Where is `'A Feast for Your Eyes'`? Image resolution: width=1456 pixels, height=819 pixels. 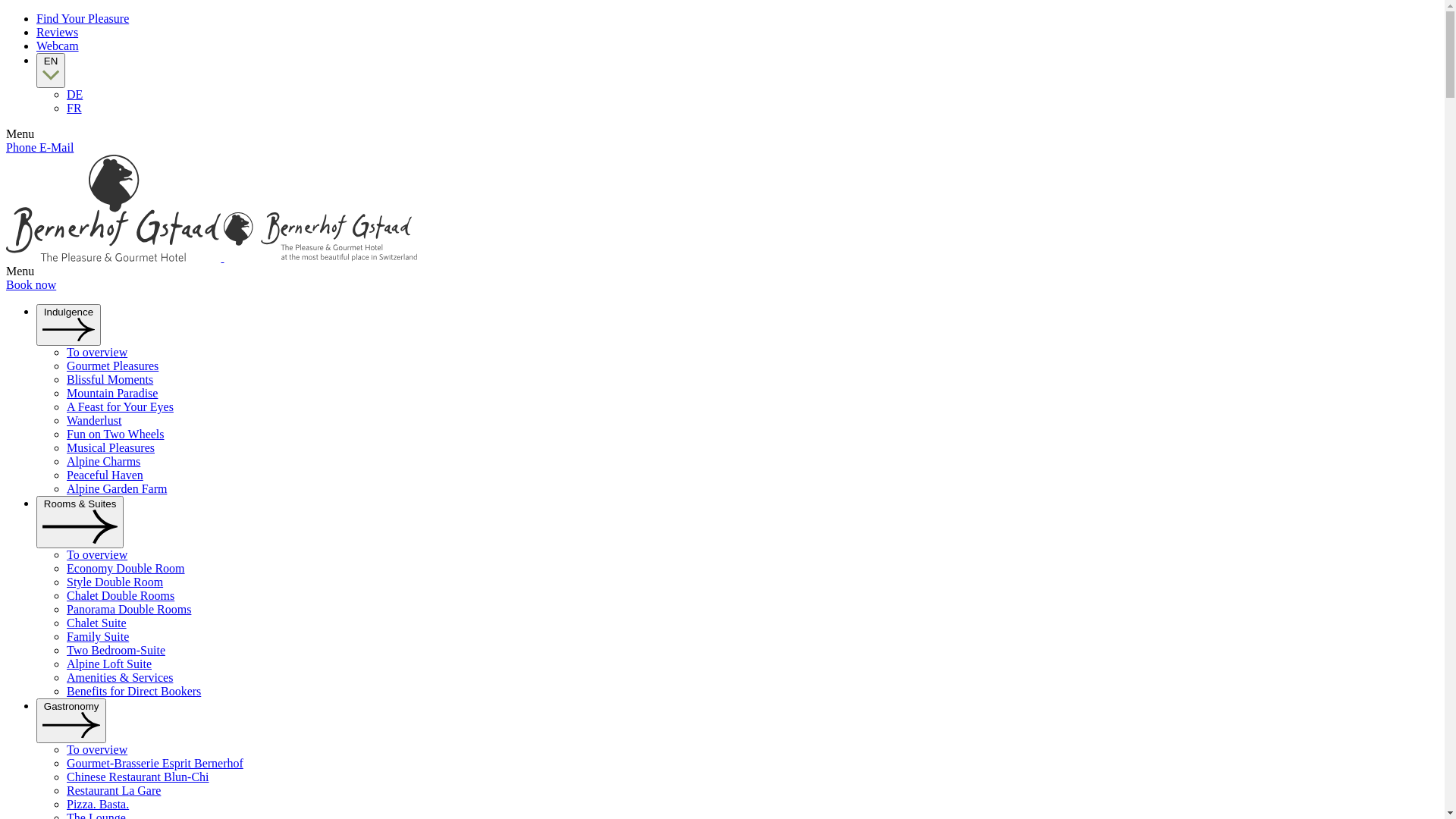 'A Feast for Your Eyes' is located at coordinates (119, 406).